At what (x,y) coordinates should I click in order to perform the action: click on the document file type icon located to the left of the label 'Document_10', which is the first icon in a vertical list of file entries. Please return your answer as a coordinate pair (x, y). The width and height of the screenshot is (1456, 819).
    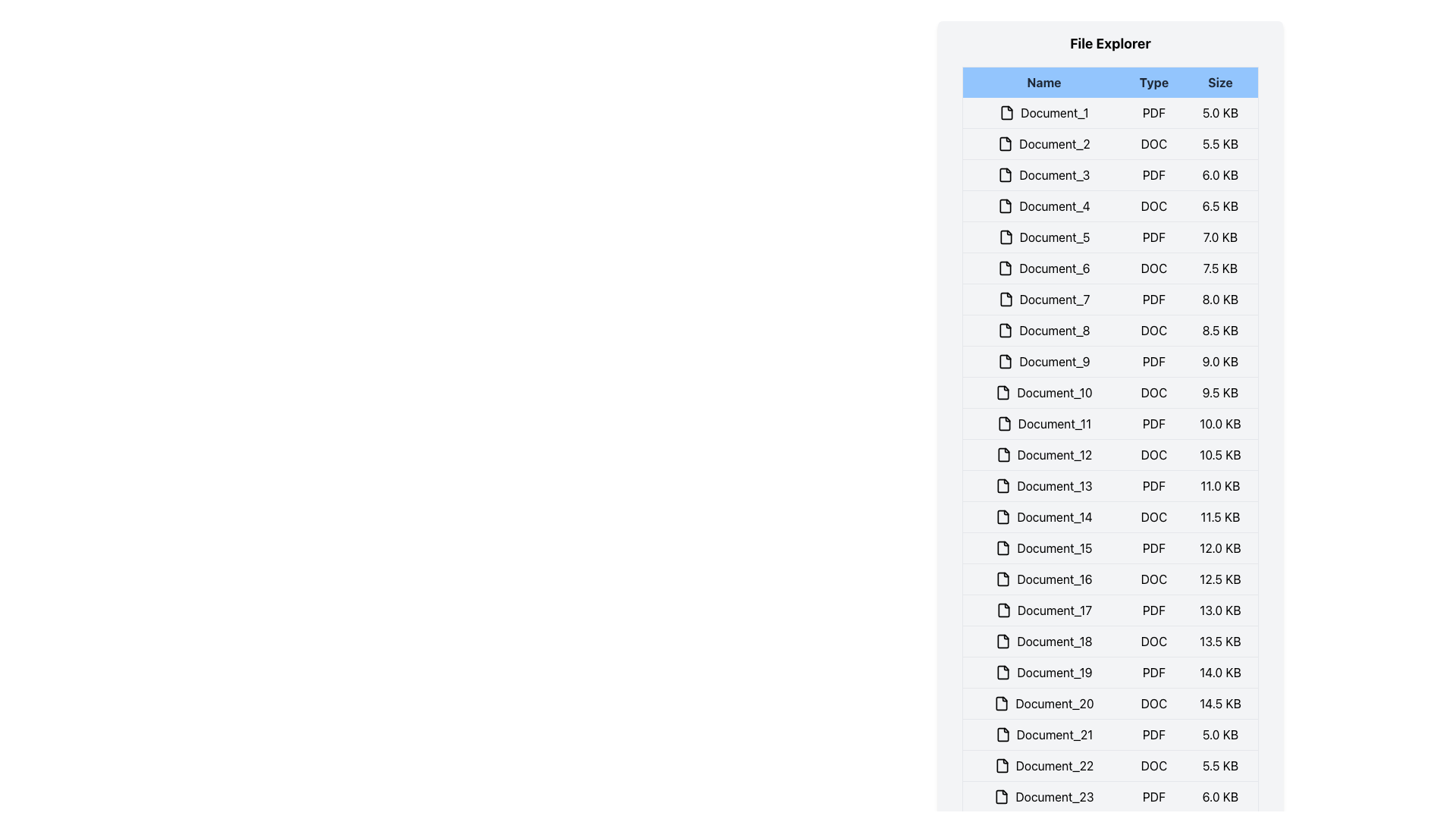
    Looking at the image, I should click on (1003, 391).